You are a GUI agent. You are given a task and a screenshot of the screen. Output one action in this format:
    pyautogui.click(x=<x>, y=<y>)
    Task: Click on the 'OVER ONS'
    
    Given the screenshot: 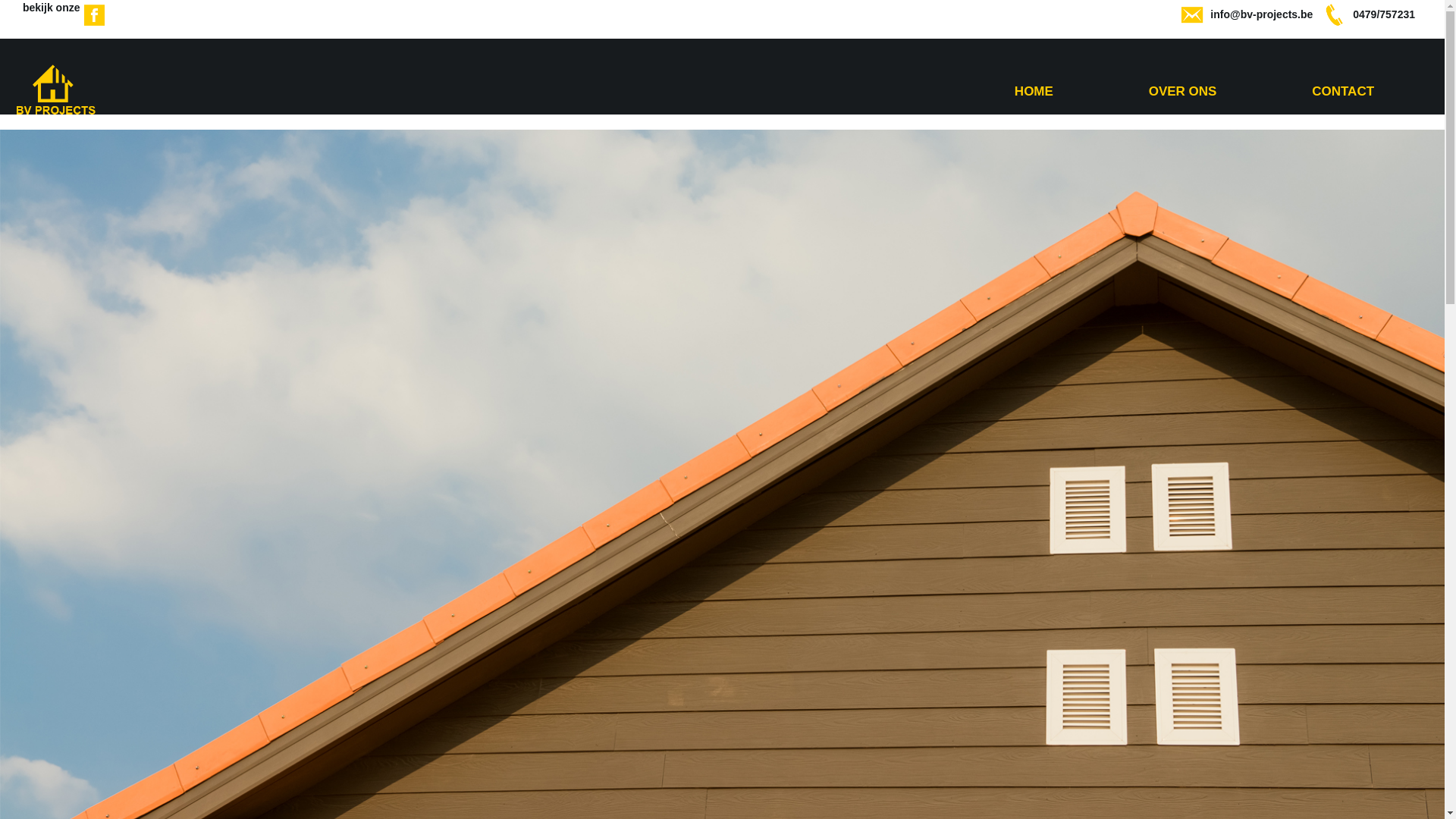 What is the action you would take?
    pyautogui.click(x=1149, y=91)
    